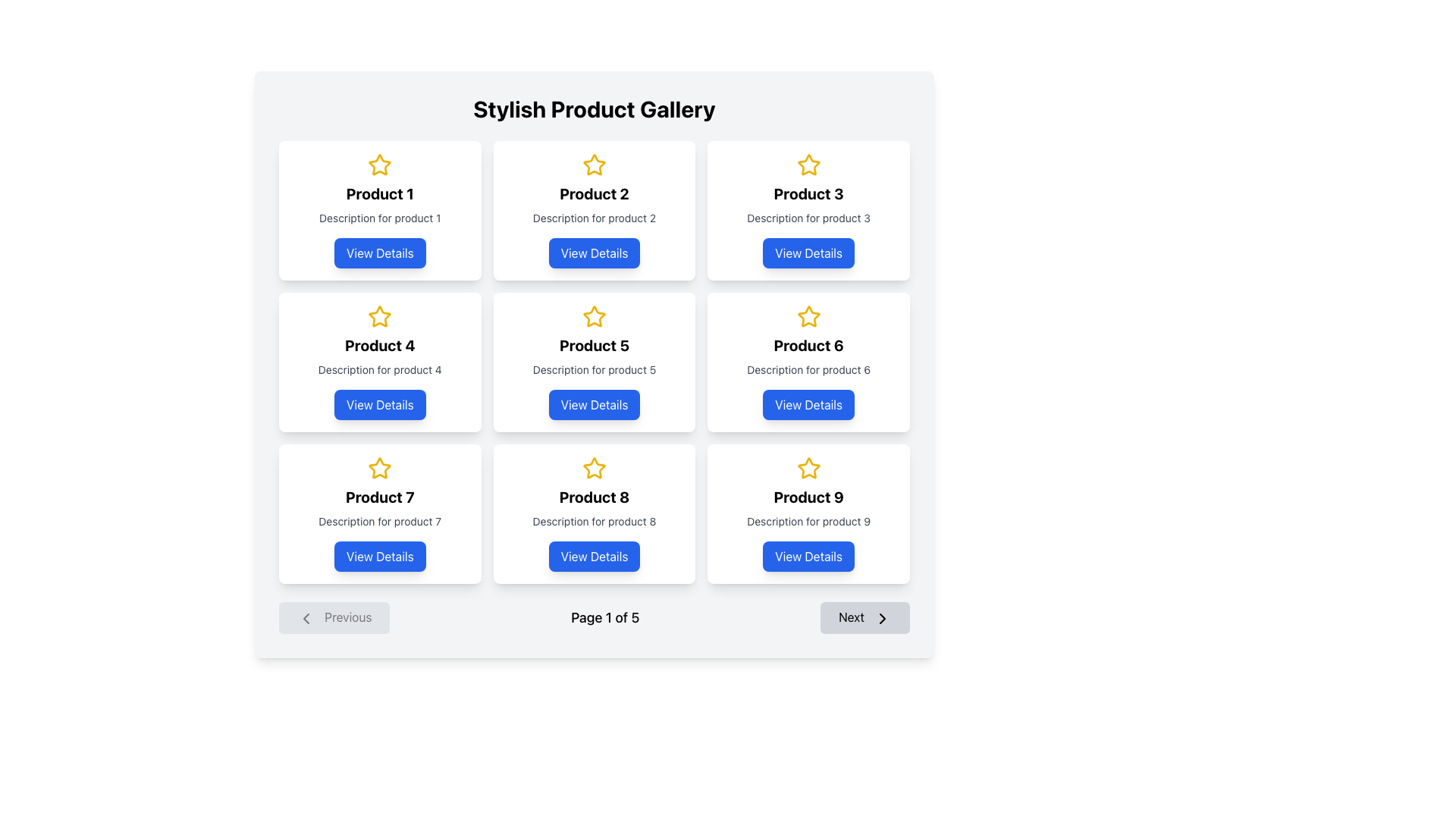 The image size is (1456, 819). Describe the element at coordinates (334, 617) in the screenshot. I see `the 'Previous' button, which is a rectangular button with a light gray background and black text, featuring a left-pointing chevron icon on the left` at that location.